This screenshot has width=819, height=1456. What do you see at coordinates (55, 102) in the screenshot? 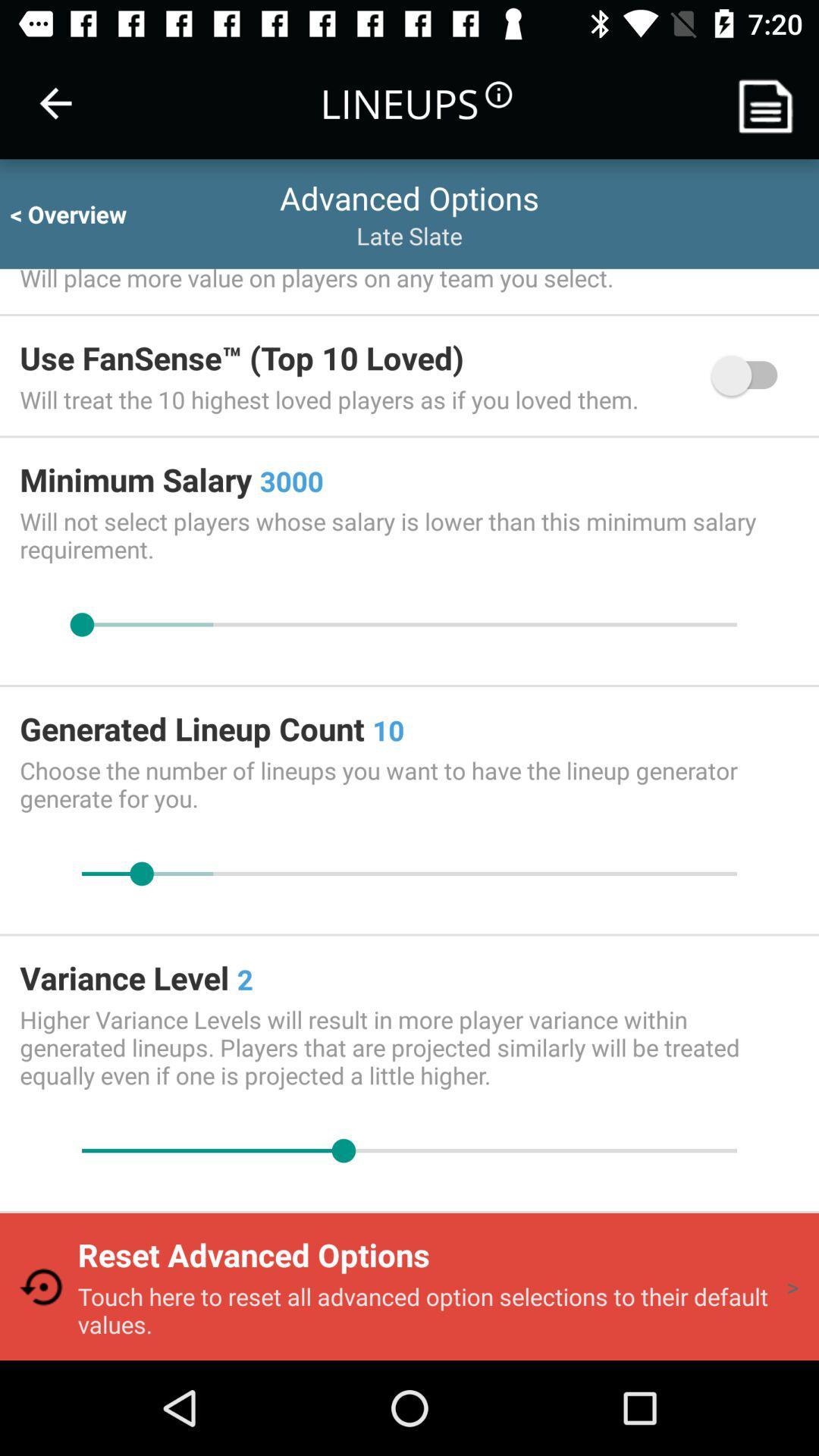
I see `icon next to the lineups item` at bounding box center [55, 102].